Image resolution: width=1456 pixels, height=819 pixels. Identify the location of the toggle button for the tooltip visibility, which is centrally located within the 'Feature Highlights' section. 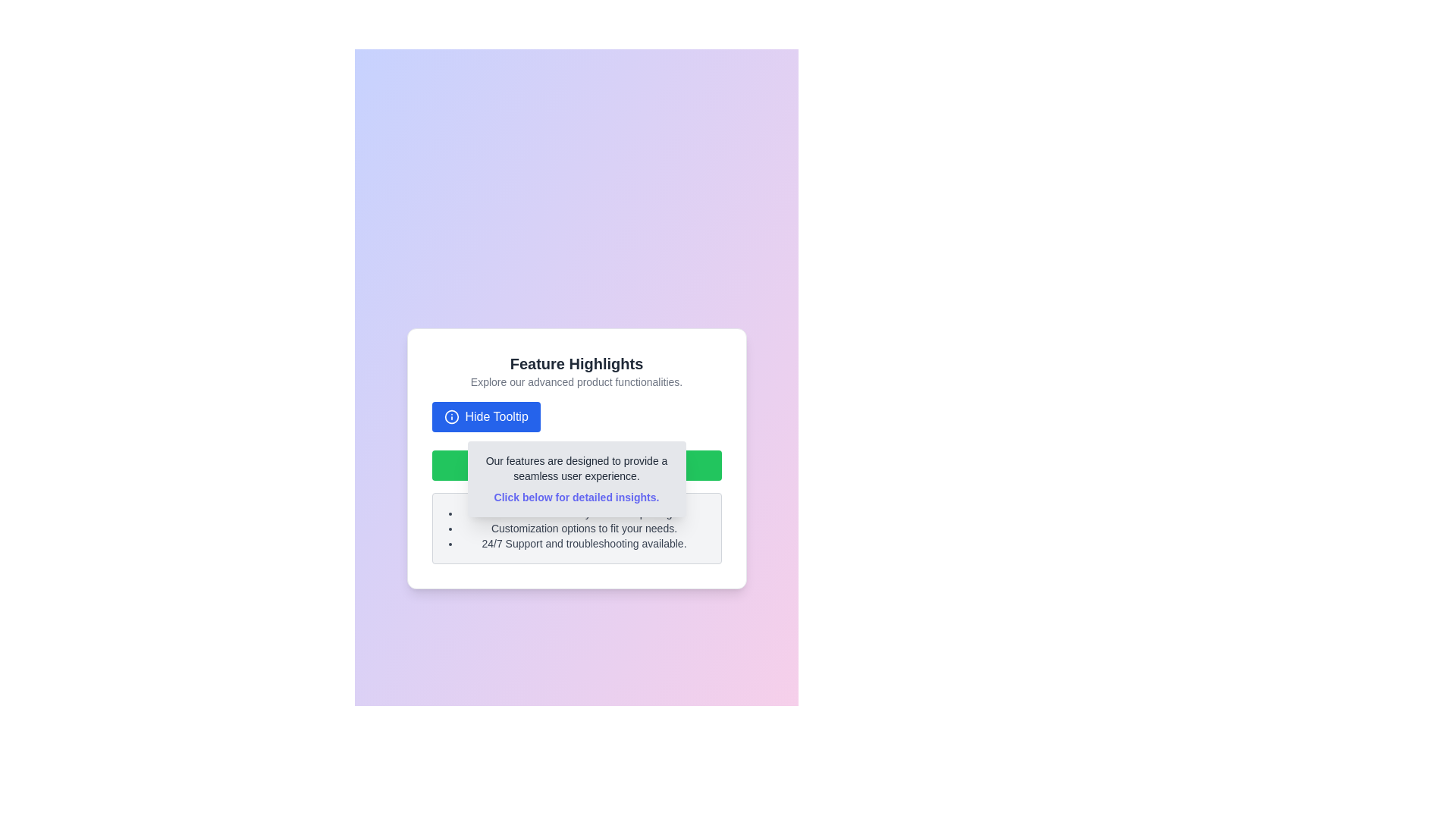
(486, 417).